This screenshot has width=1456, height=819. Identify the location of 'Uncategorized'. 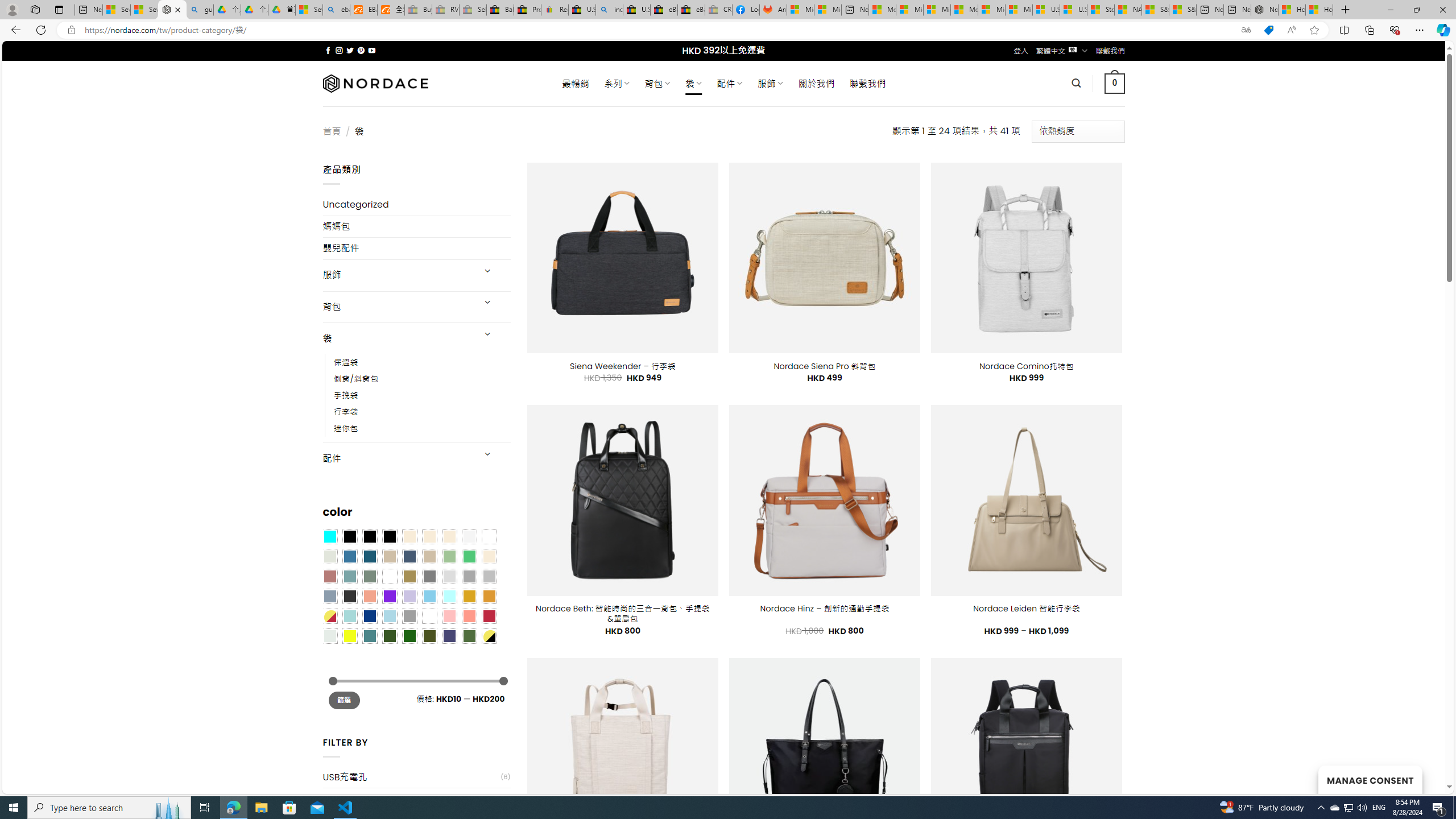
(416, 205).